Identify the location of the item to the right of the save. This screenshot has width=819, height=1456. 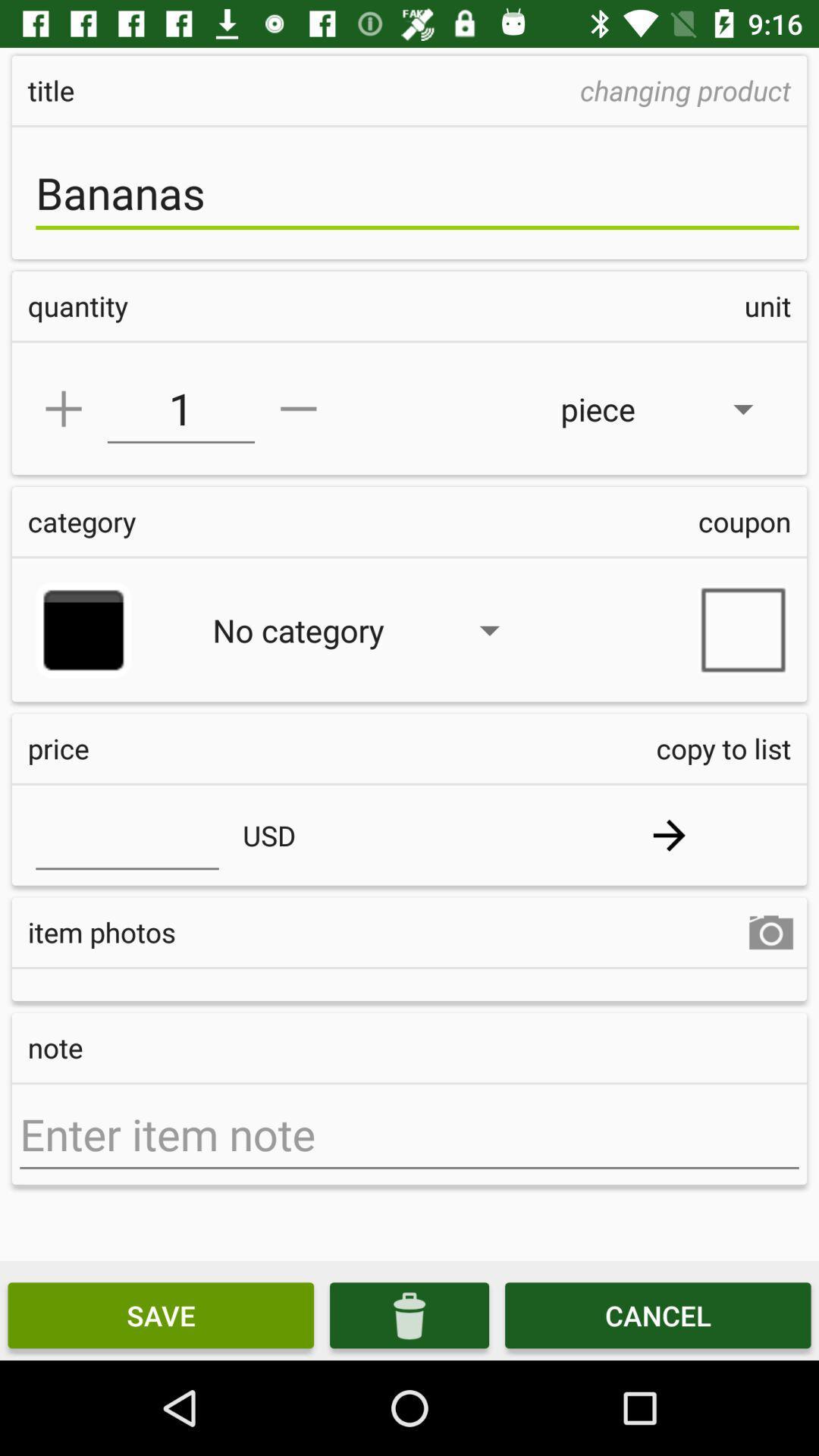
(409, 1314).